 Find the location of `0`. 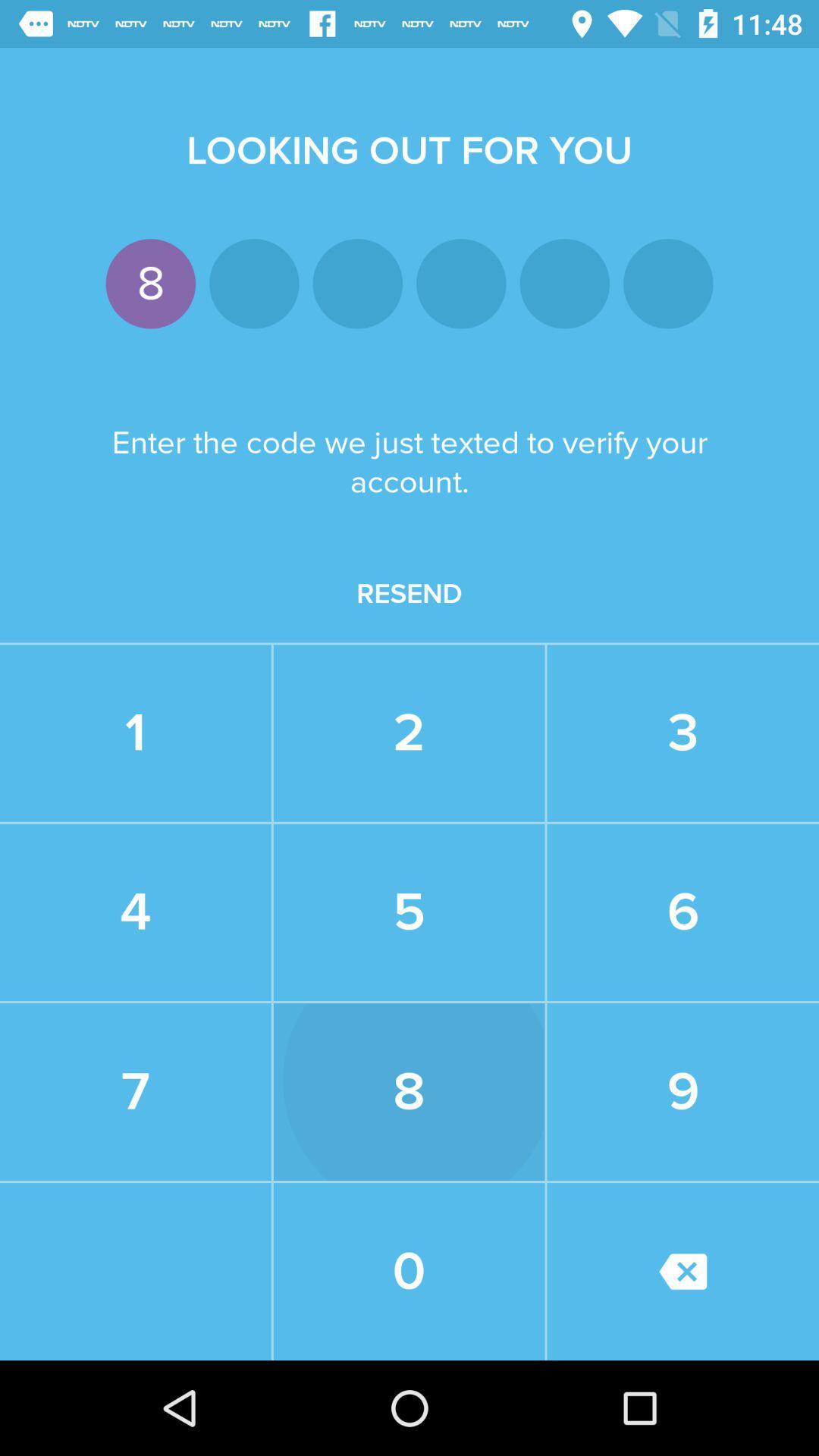

0 is located at coordinates (408, 1271).